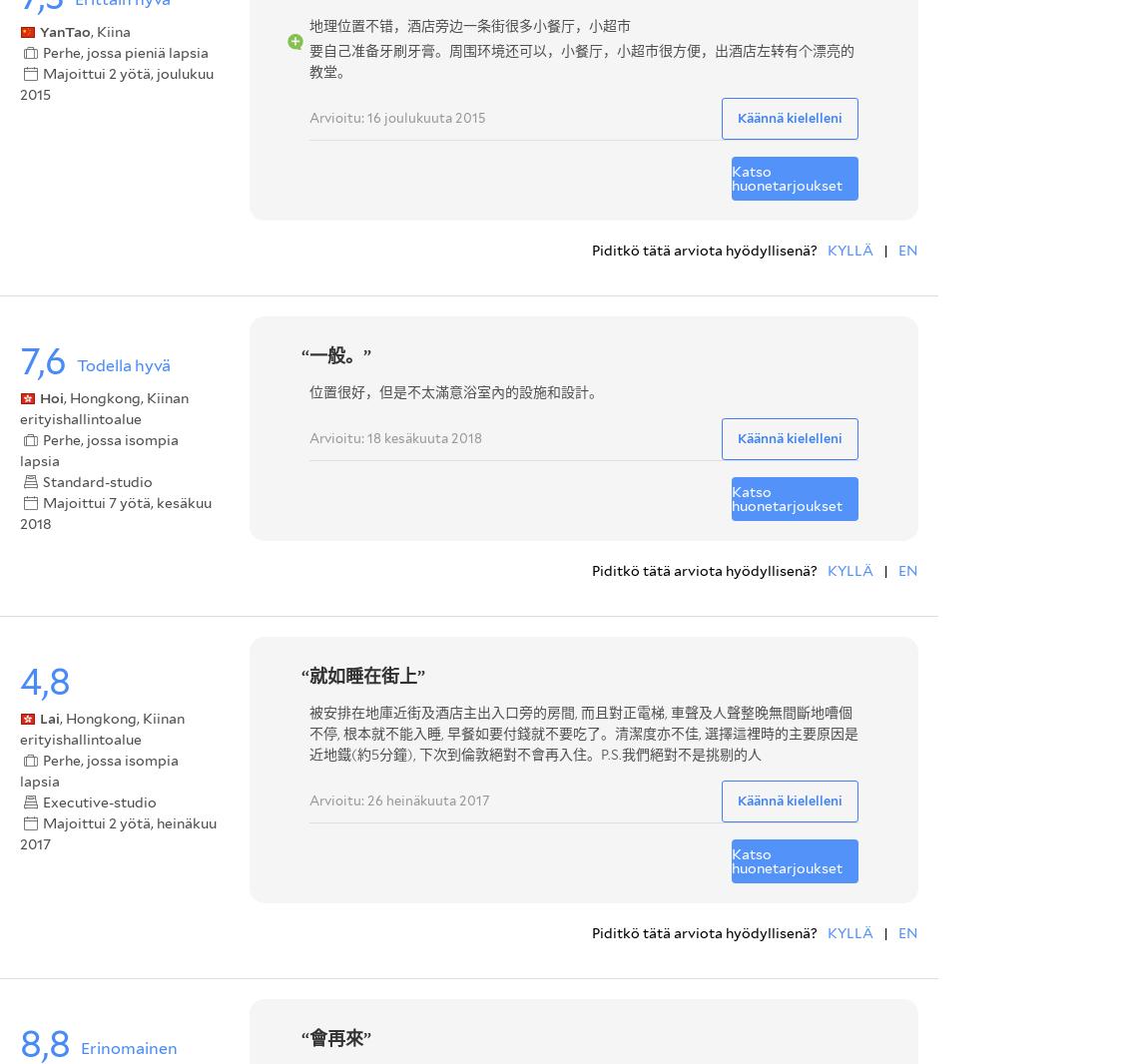  Describe the element at coordinates (65, 30) in the screenshot. I see `'YanTao'` at that location.